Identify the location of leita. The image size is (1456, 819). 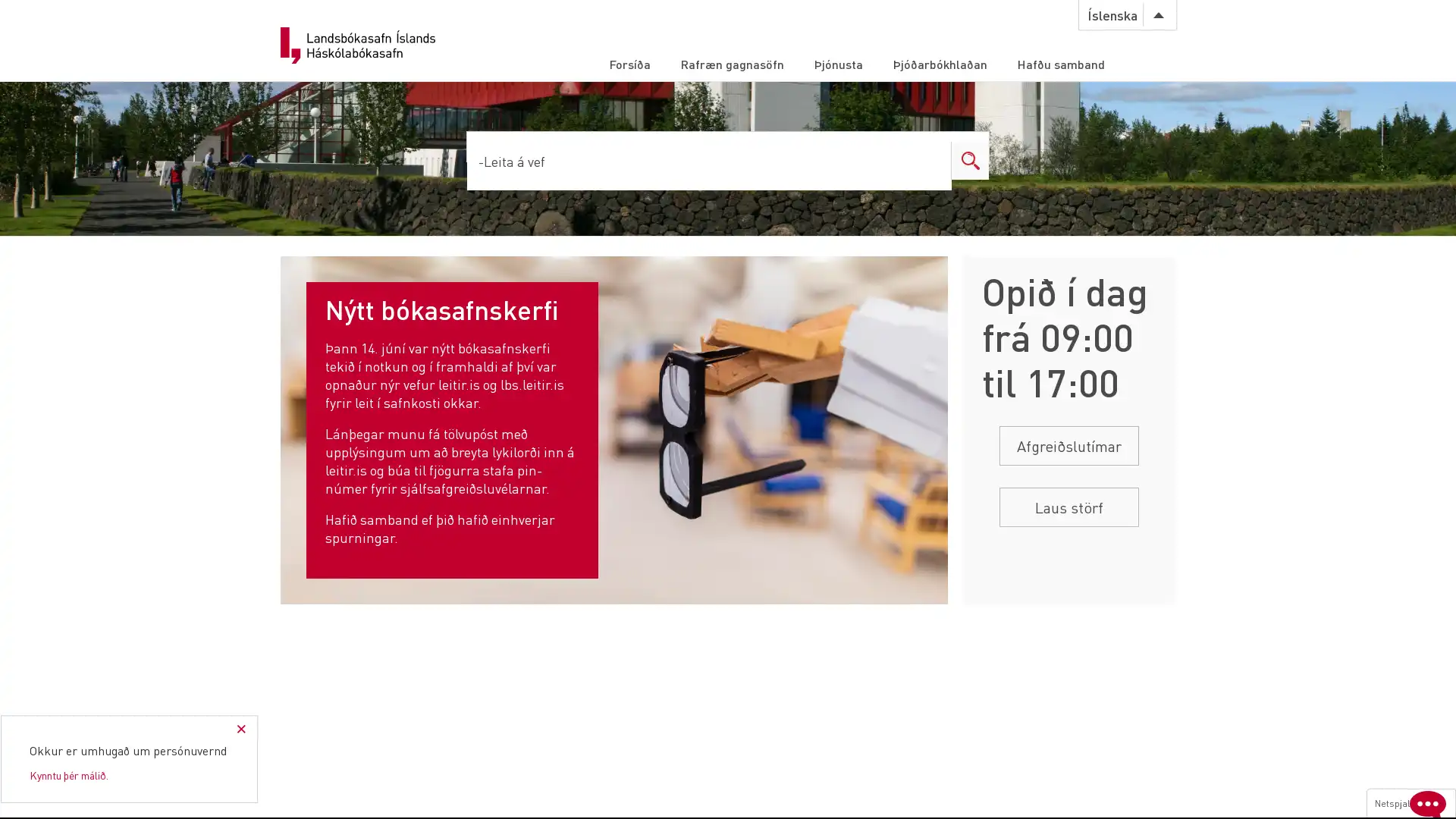
(930, 160).